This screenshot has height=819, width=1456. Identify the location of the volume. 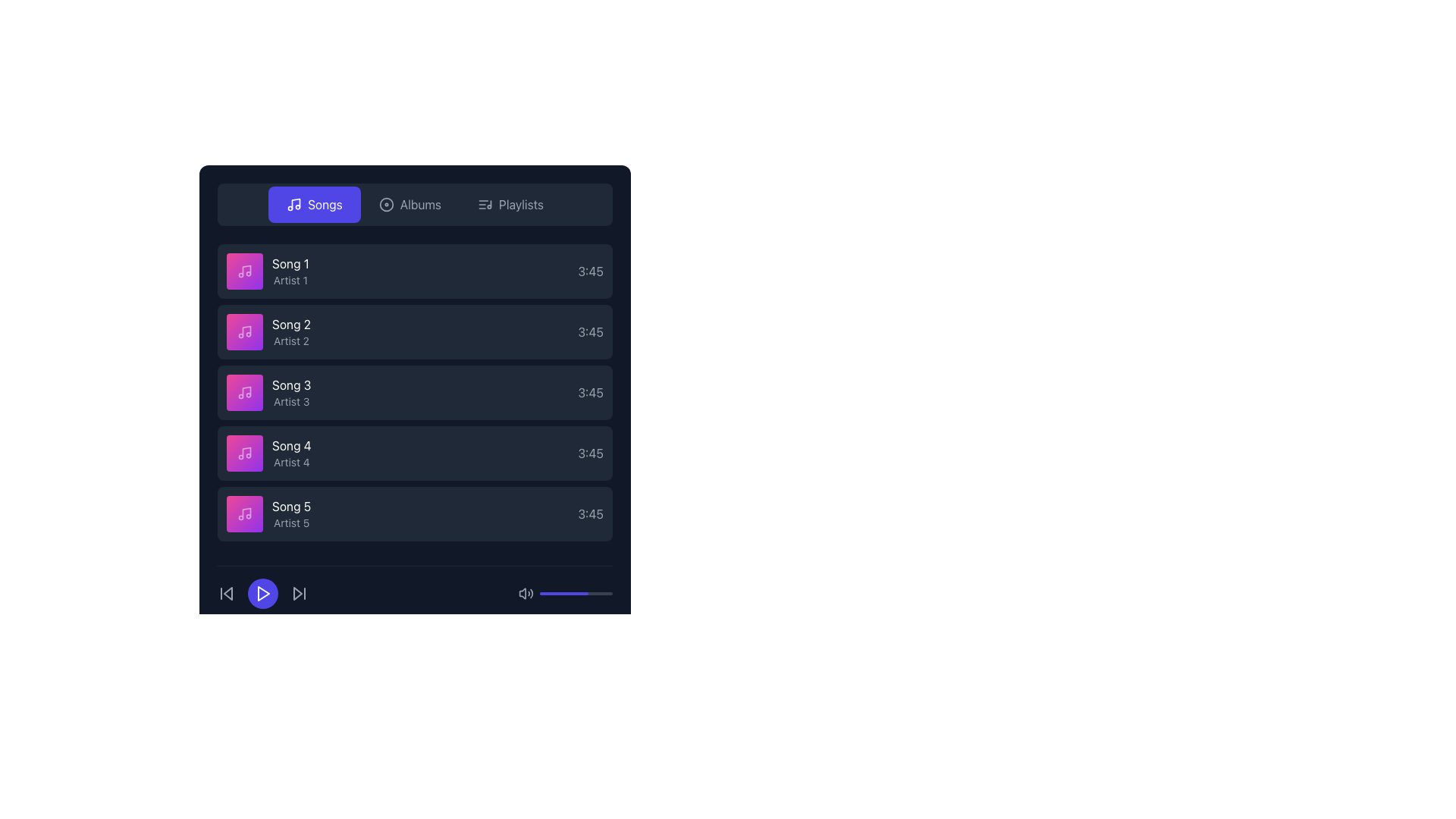
(576, 593).